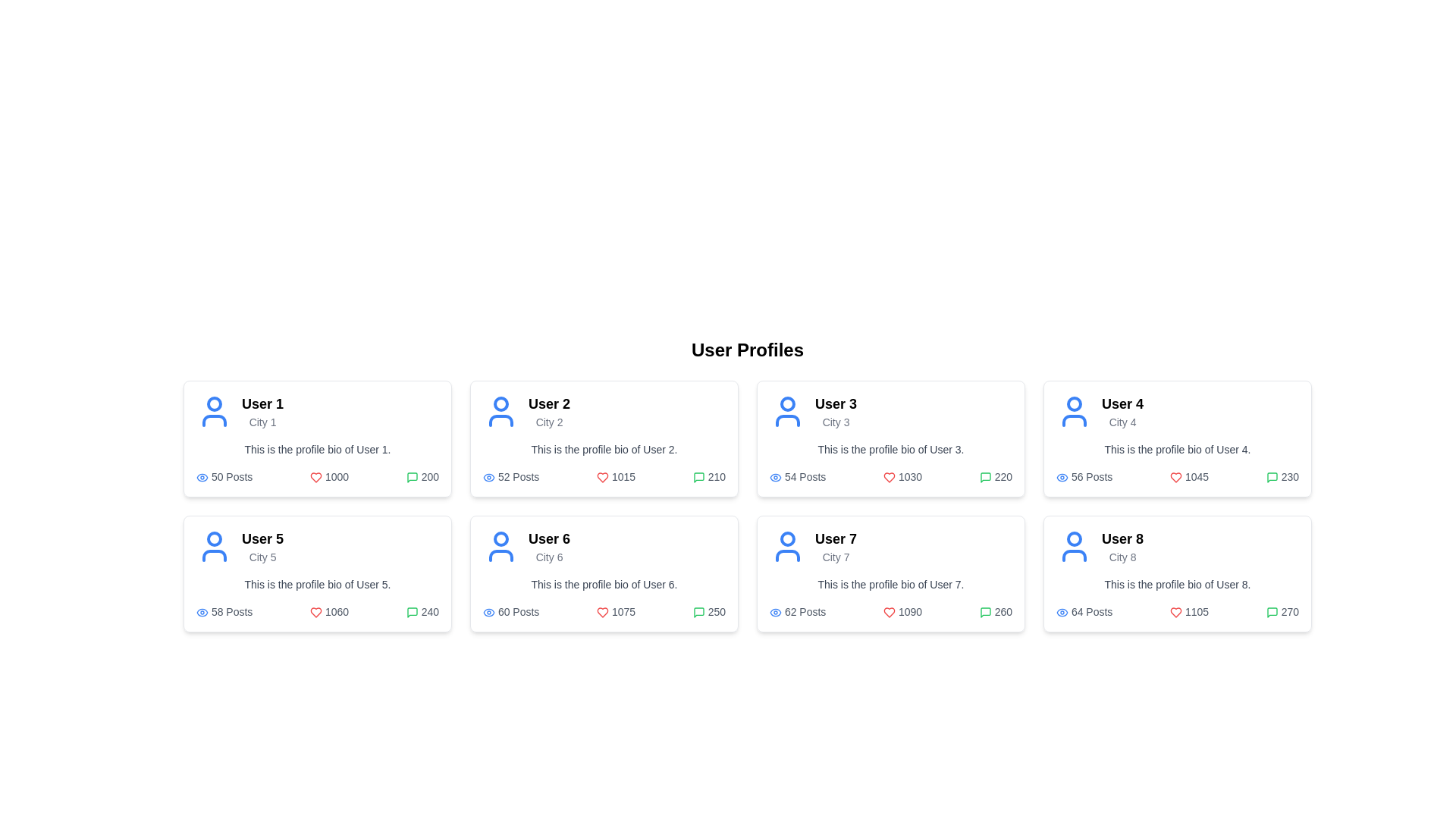 The height and width of the screenshot is (819, 1456). I want to click on the text label displaying 'User 6', which is styled as a prominent heading in bold and large font, located in the sixth card of a grid of user profiles, positioned in the lower row, second column from the left, so click(548, 538).